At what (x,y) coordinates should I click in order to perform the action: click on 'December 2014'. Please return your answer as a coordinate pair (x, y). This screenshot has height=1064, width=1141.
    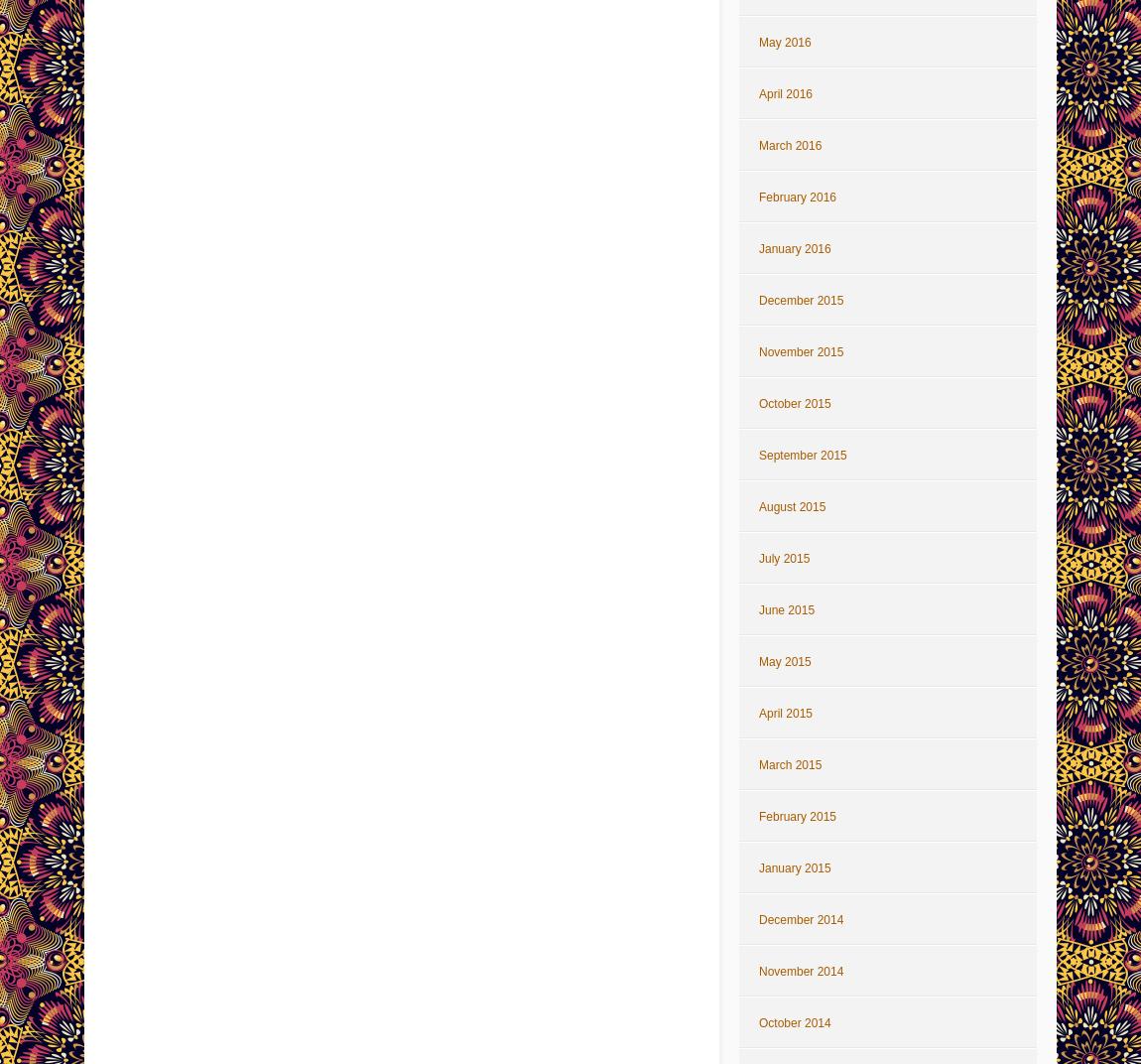
    Looking at the image, I should click on (800, 919).